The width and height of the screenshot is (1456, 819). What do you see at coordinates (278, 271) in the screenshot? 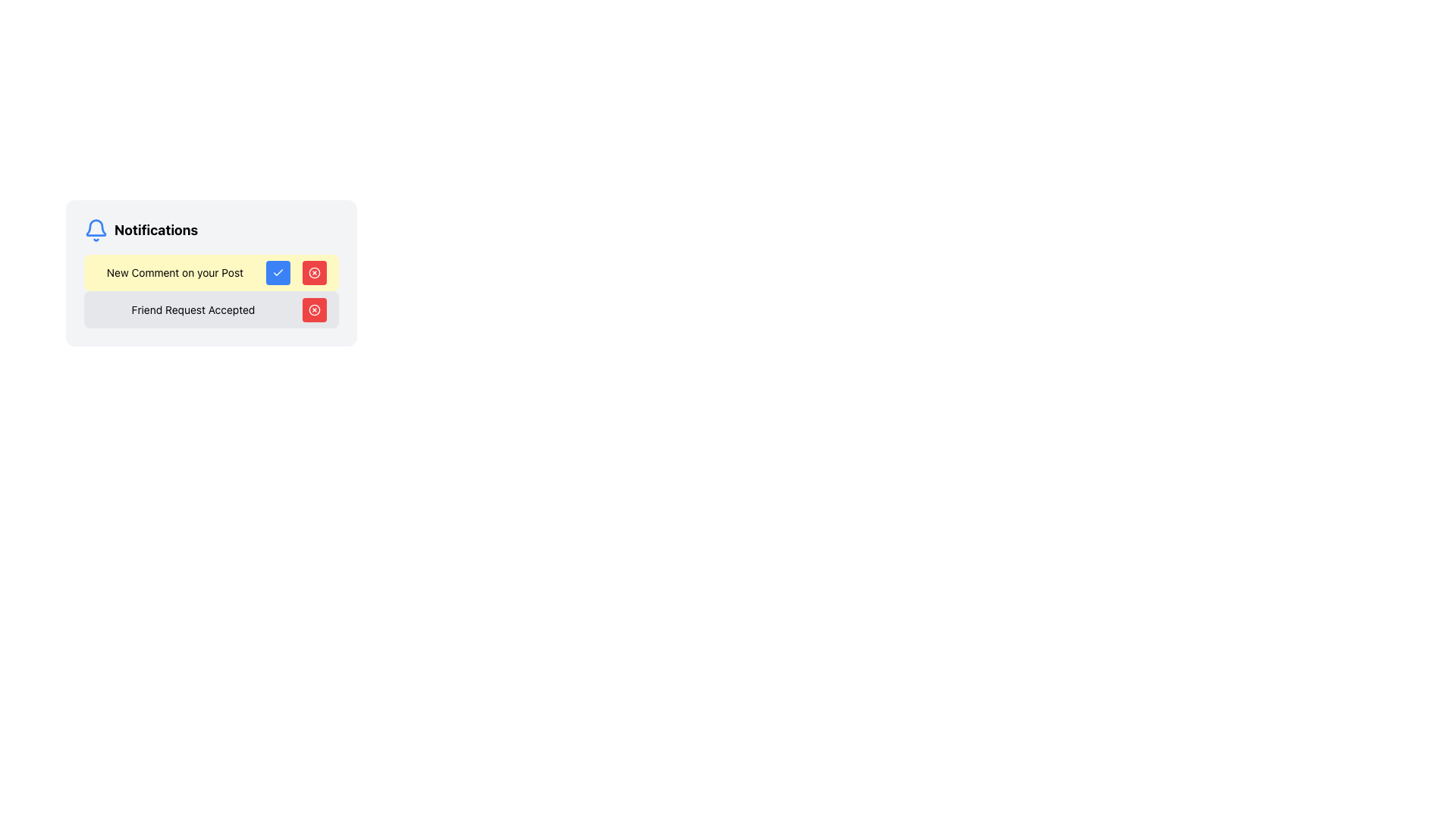
I see `the small blue button with rounded corners containing a white checkmark icon, located within the 'New Comment on your Post' notification box` at bounding box center [278, 271].